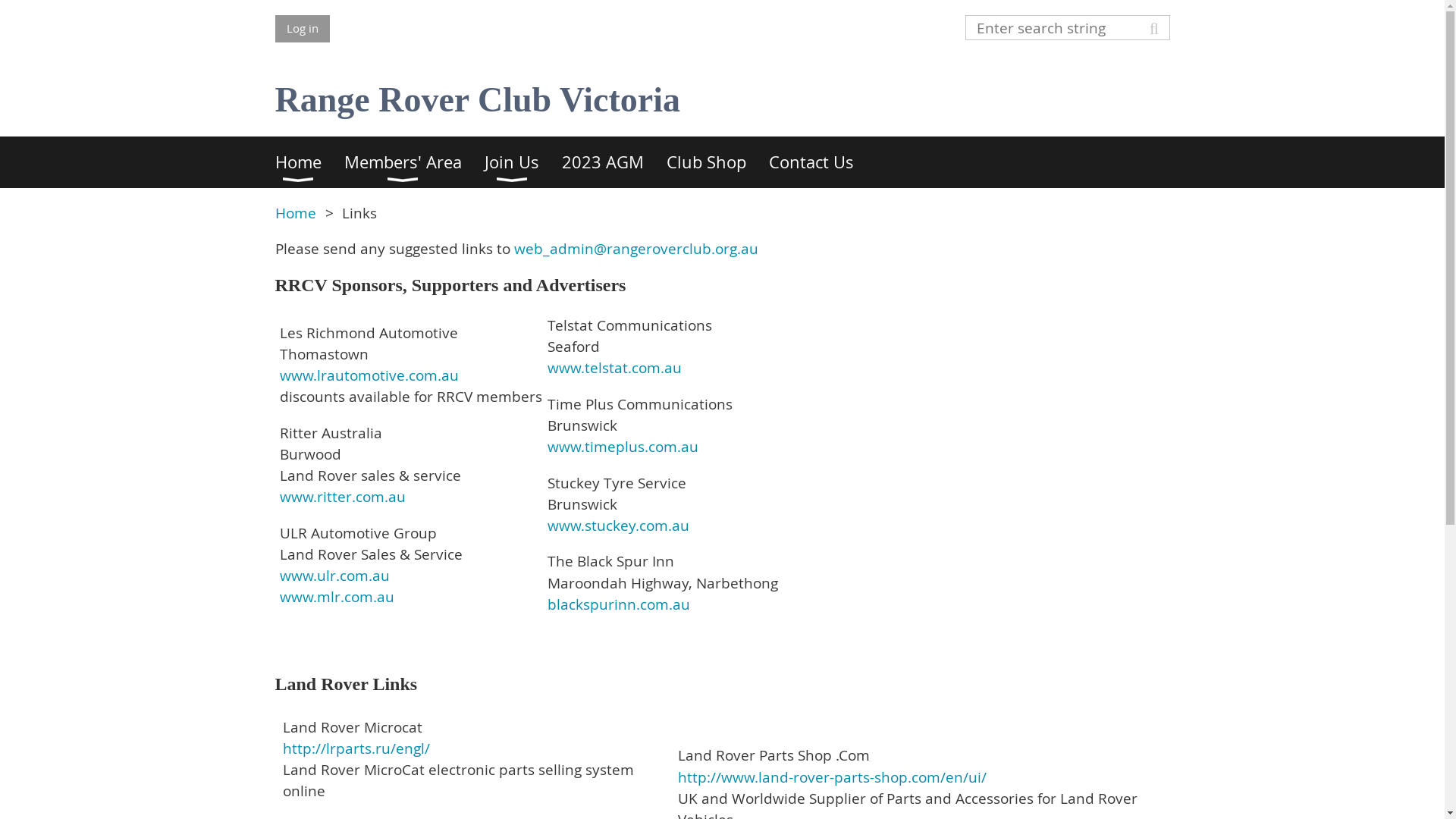 This screenshot has width=1456, height=819. I want to click on 'Log in', so click(274, 29).